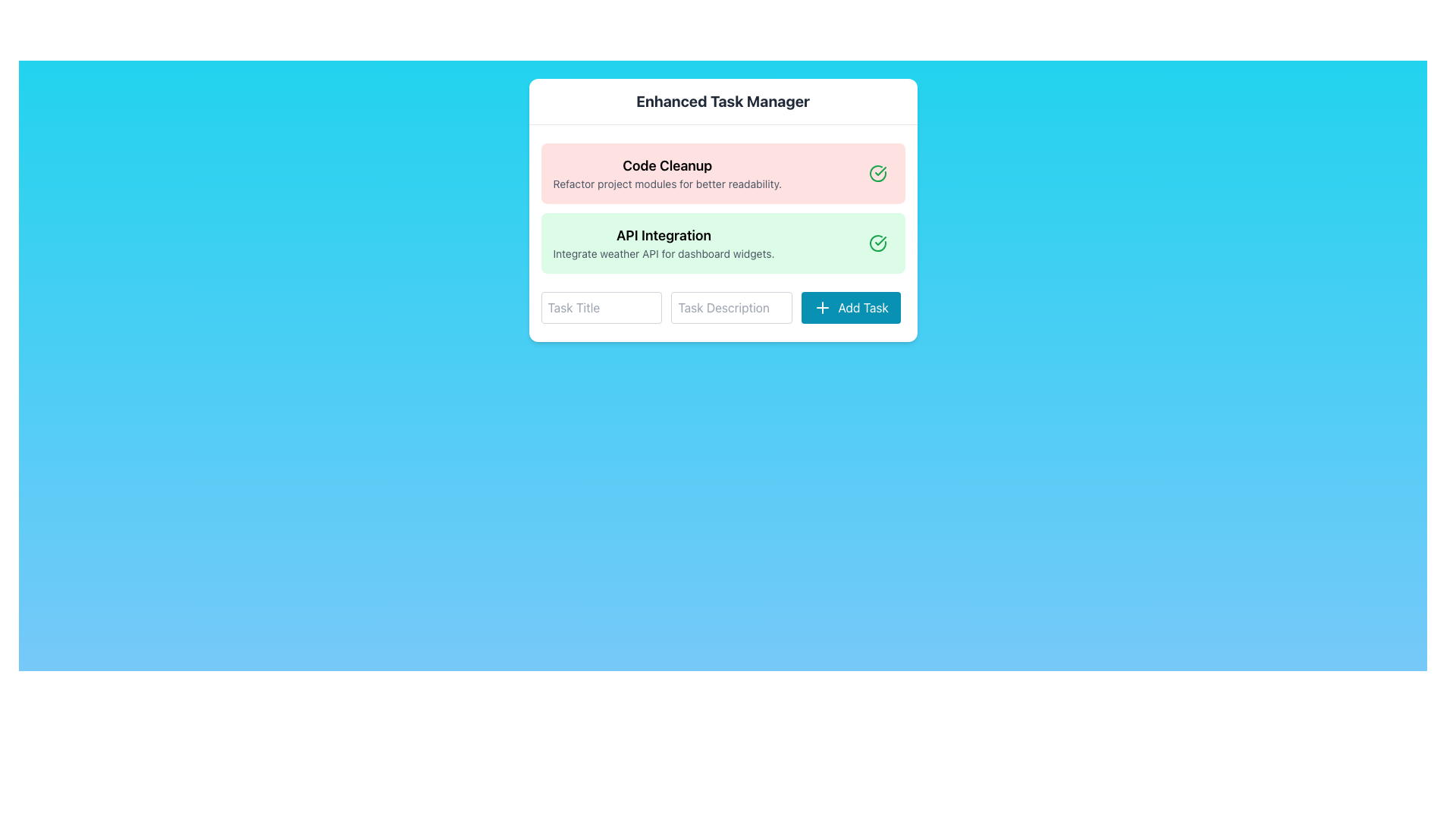 This screenshot has width=1456, height=819. I want to click on the primary title Text Label located centrally within the task card, positioned below the 'Code Cleanup' card, so click(664, 236).